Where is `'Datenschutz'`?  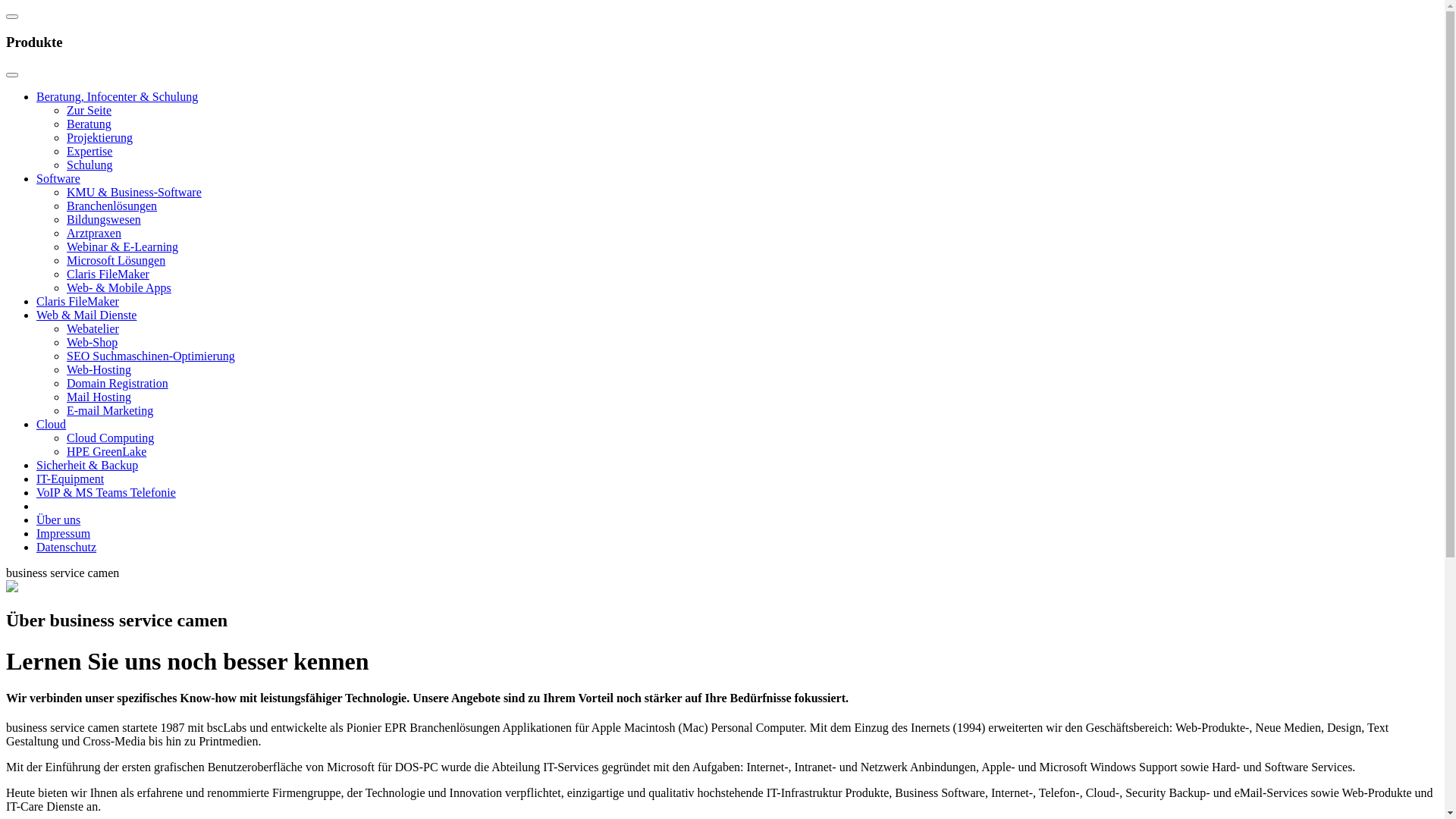 'Datenschutz' is located at coordinates (65, 547).